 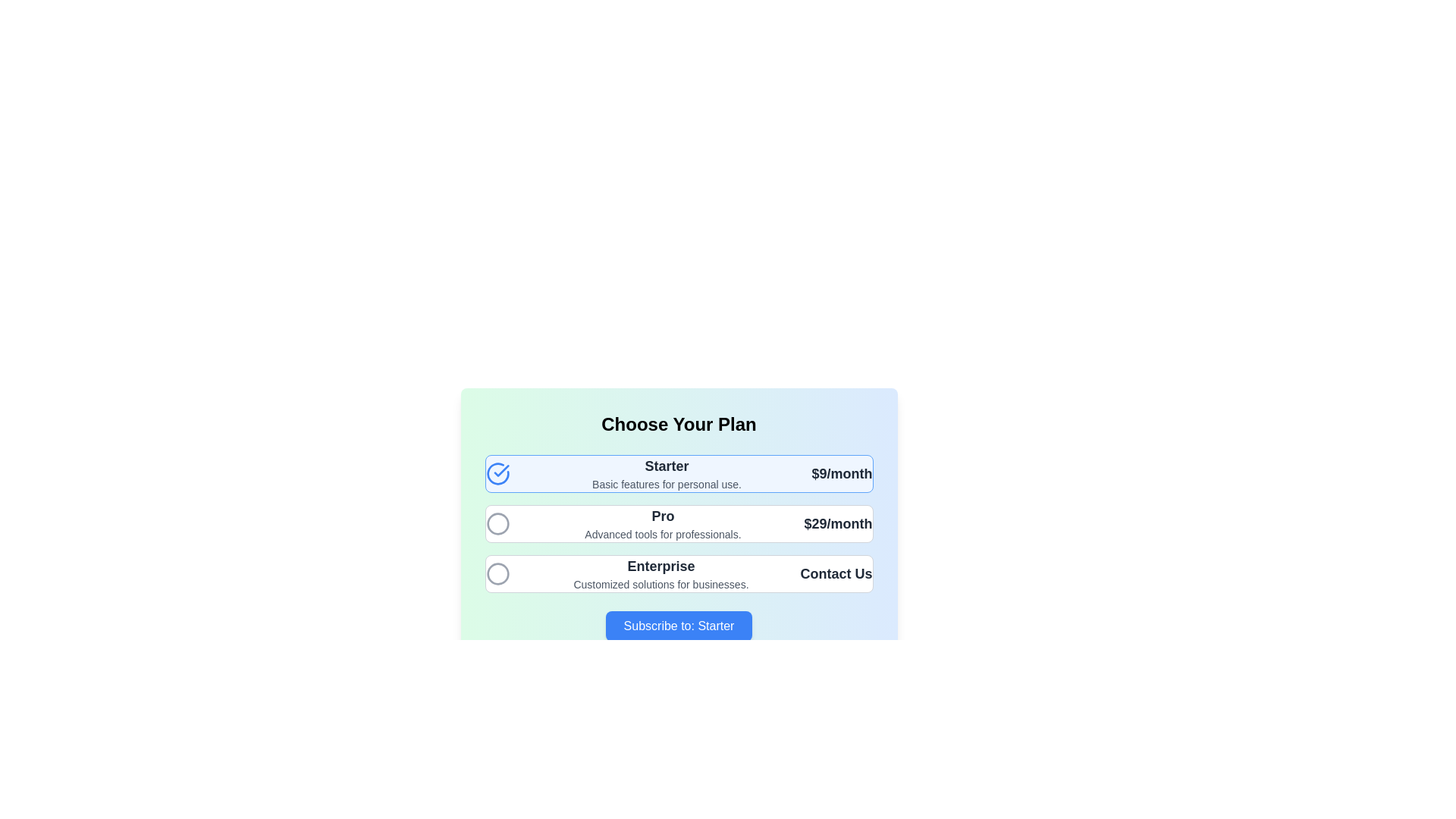 What do you see at coordinates (836, 573) in the screenshot?
I see `the text label in the 'Enterprise' plan section, which prompts users to contact the provider about the Enterprise plan` at bounding box center [836, 573].